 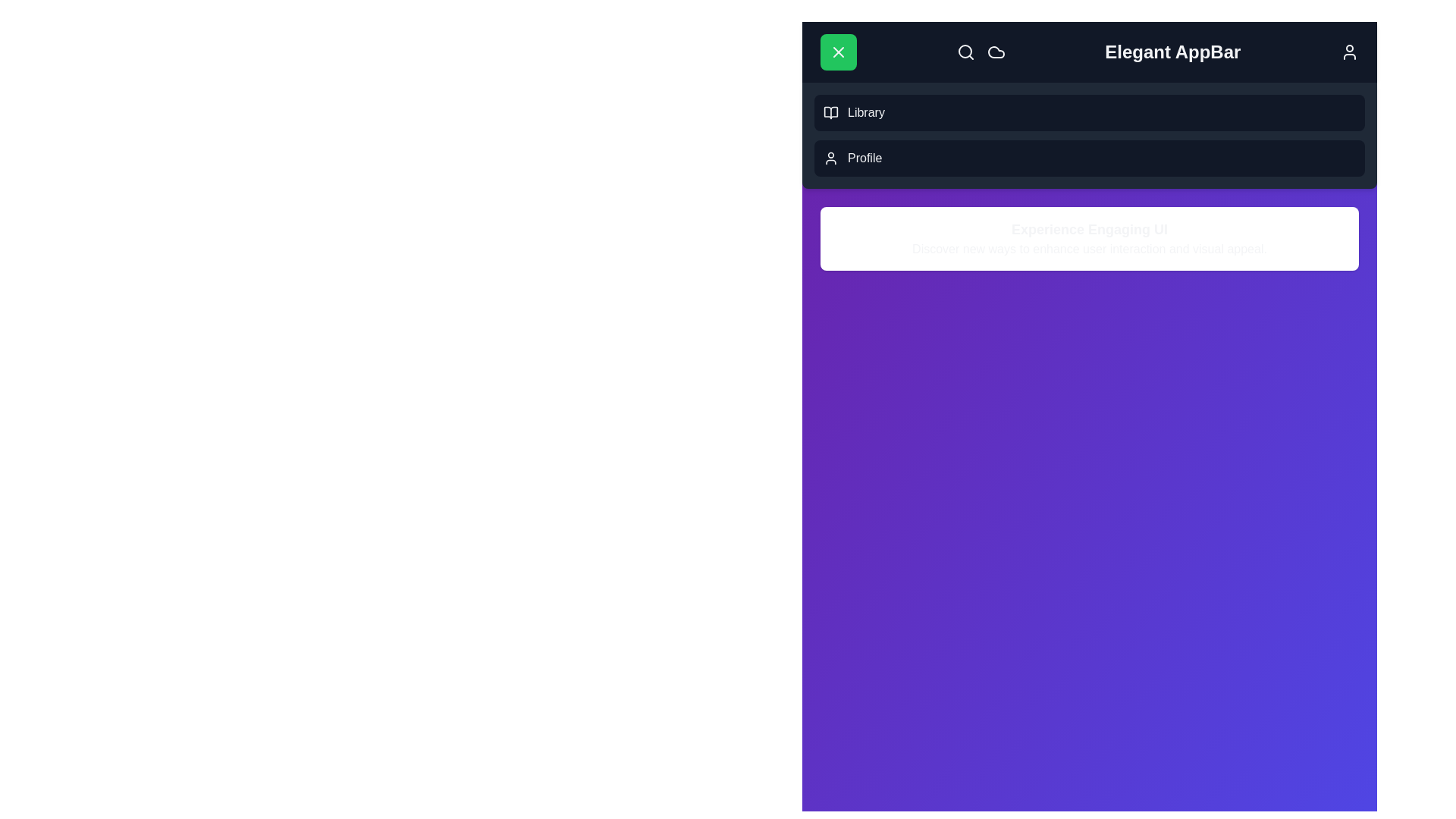 What do you see at coordinates (1350, 52) in the screenshot?
I see `the user profile icon` at bounding box center [1350, 52].